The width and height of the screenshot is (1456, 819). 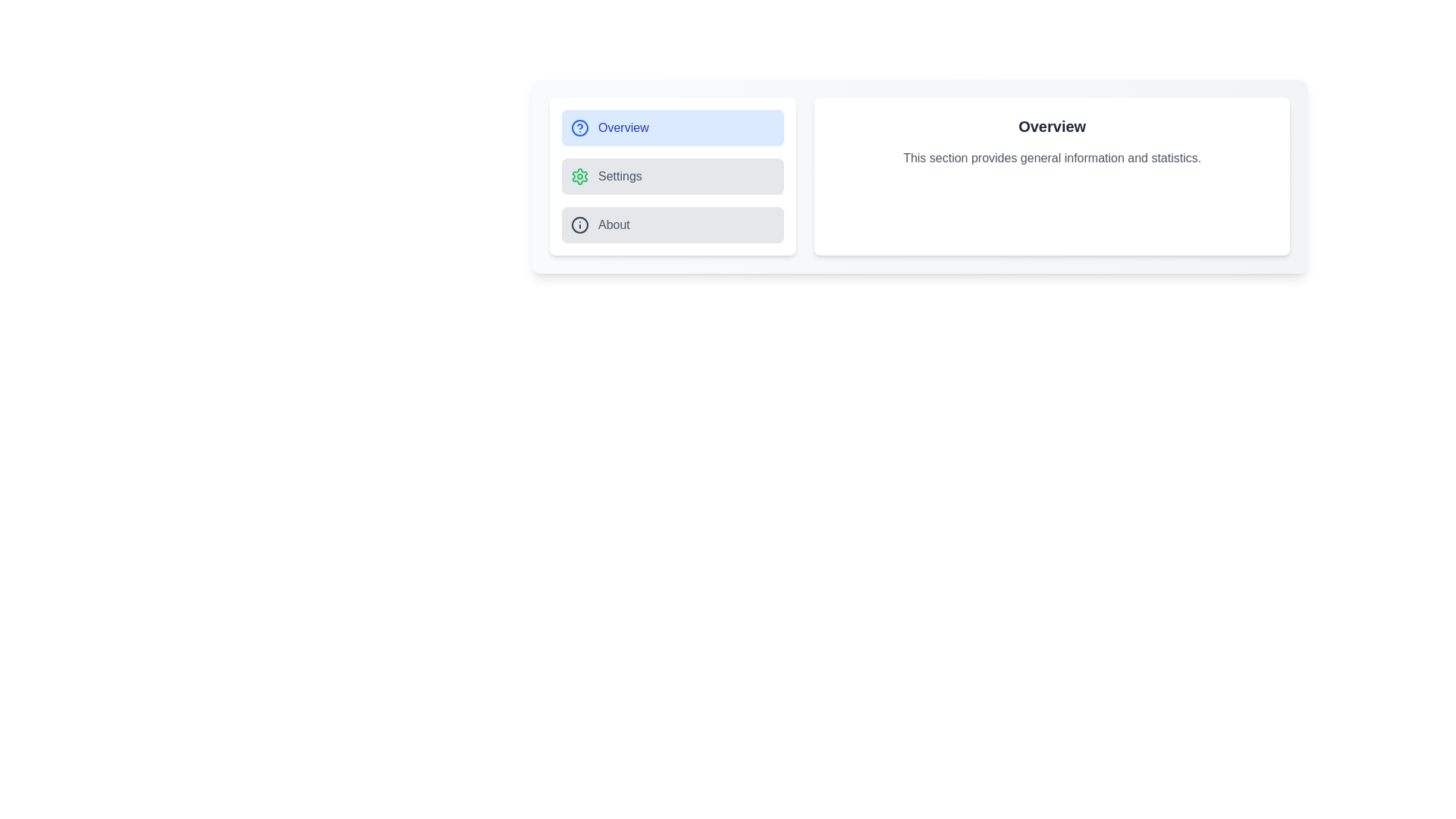 I want to click on the About tab from the sidebar, so click(x=672, y=225).